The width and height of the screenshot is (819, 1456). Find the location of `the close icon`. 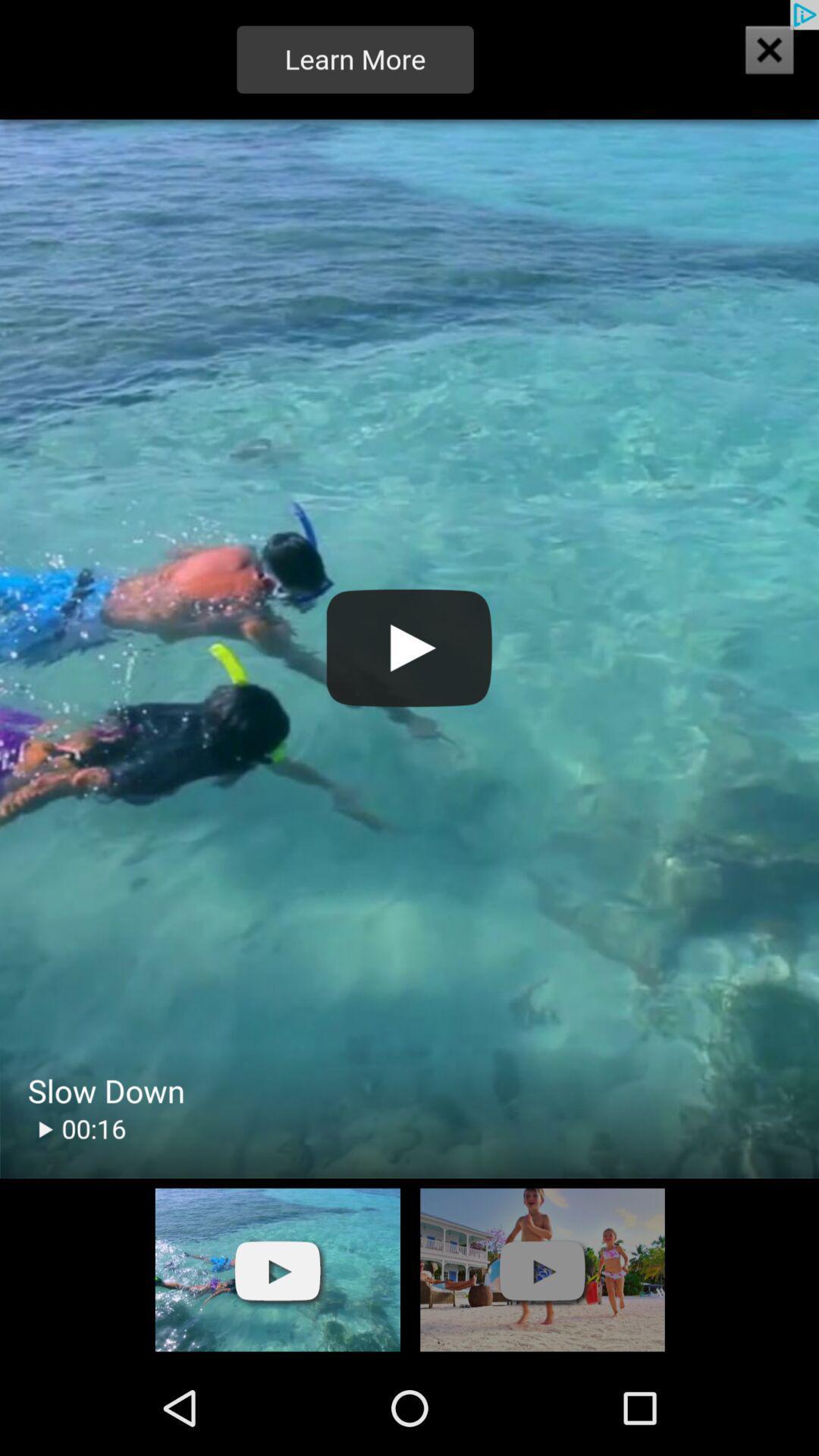

the close icon is located at coordinates (769, 53).